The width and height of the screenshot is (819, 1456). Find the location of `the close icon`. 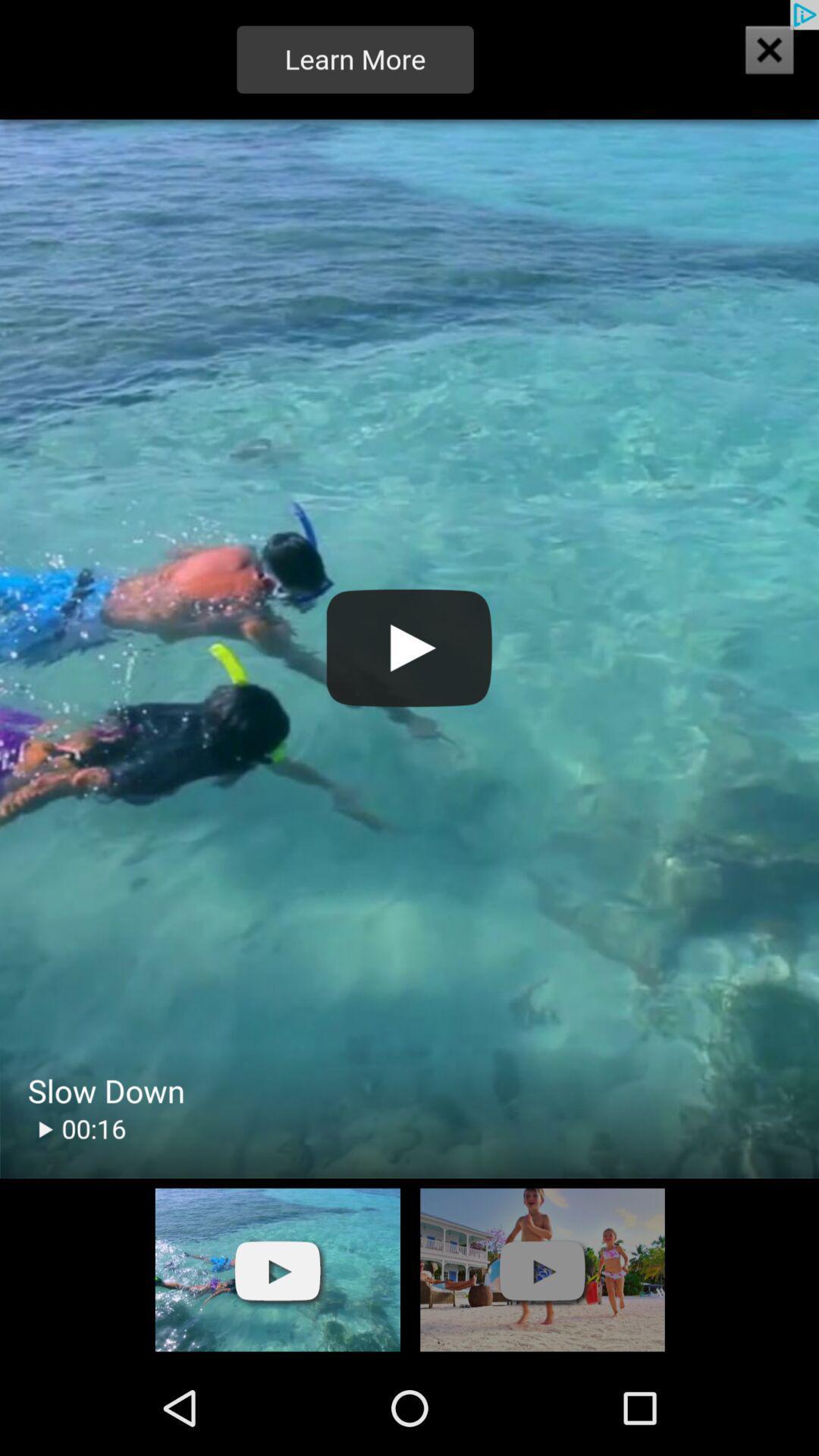

the close icon is located at coordinates (769, 53).